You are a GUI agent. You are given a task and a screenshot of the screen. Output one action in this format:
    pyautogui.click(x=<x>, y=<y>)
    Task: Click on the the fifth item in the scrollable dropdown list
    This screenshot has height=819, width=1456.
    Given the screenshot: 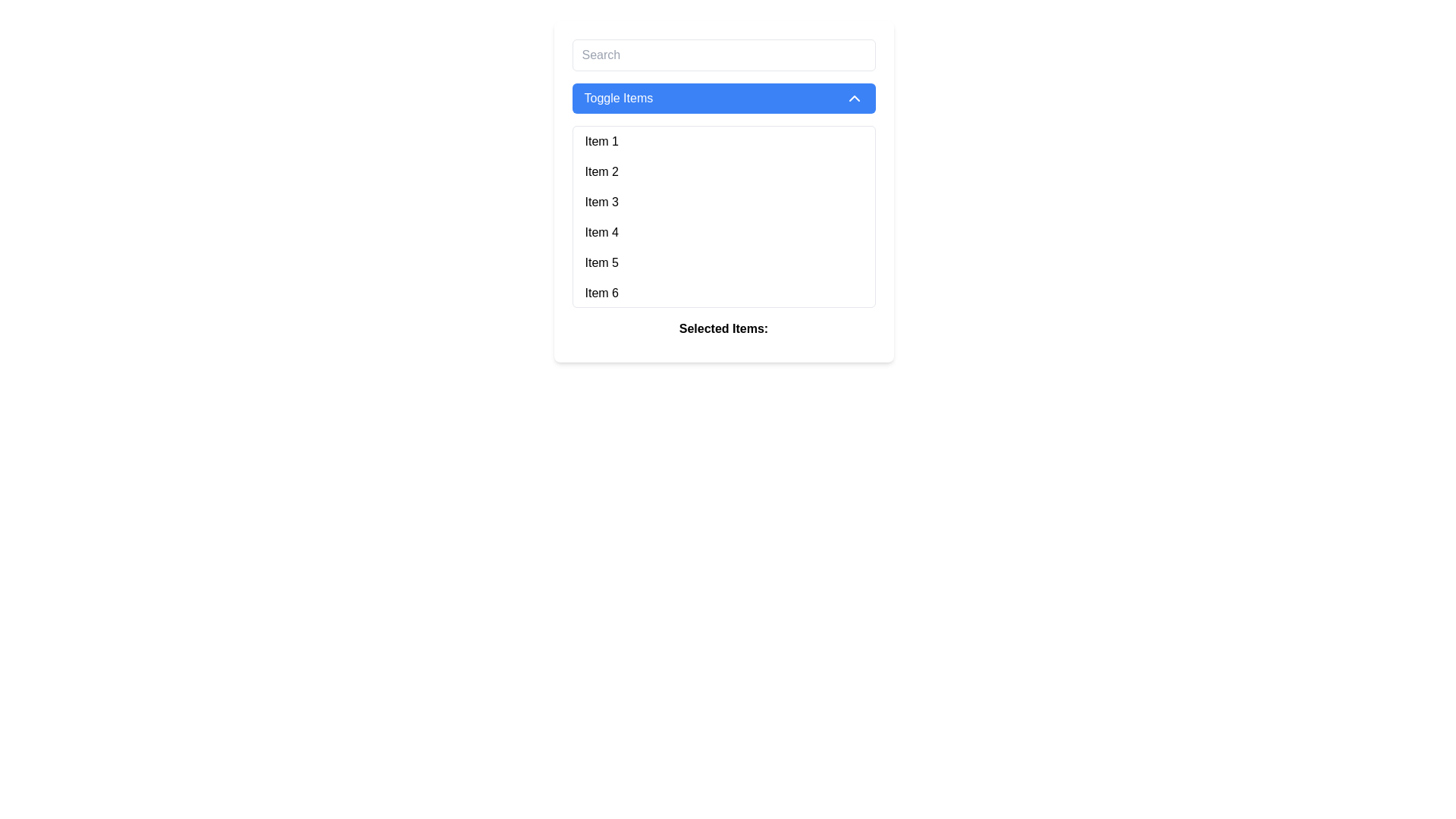 What is the action you would take?
    pyautogui.click(x=723, y=262)
    